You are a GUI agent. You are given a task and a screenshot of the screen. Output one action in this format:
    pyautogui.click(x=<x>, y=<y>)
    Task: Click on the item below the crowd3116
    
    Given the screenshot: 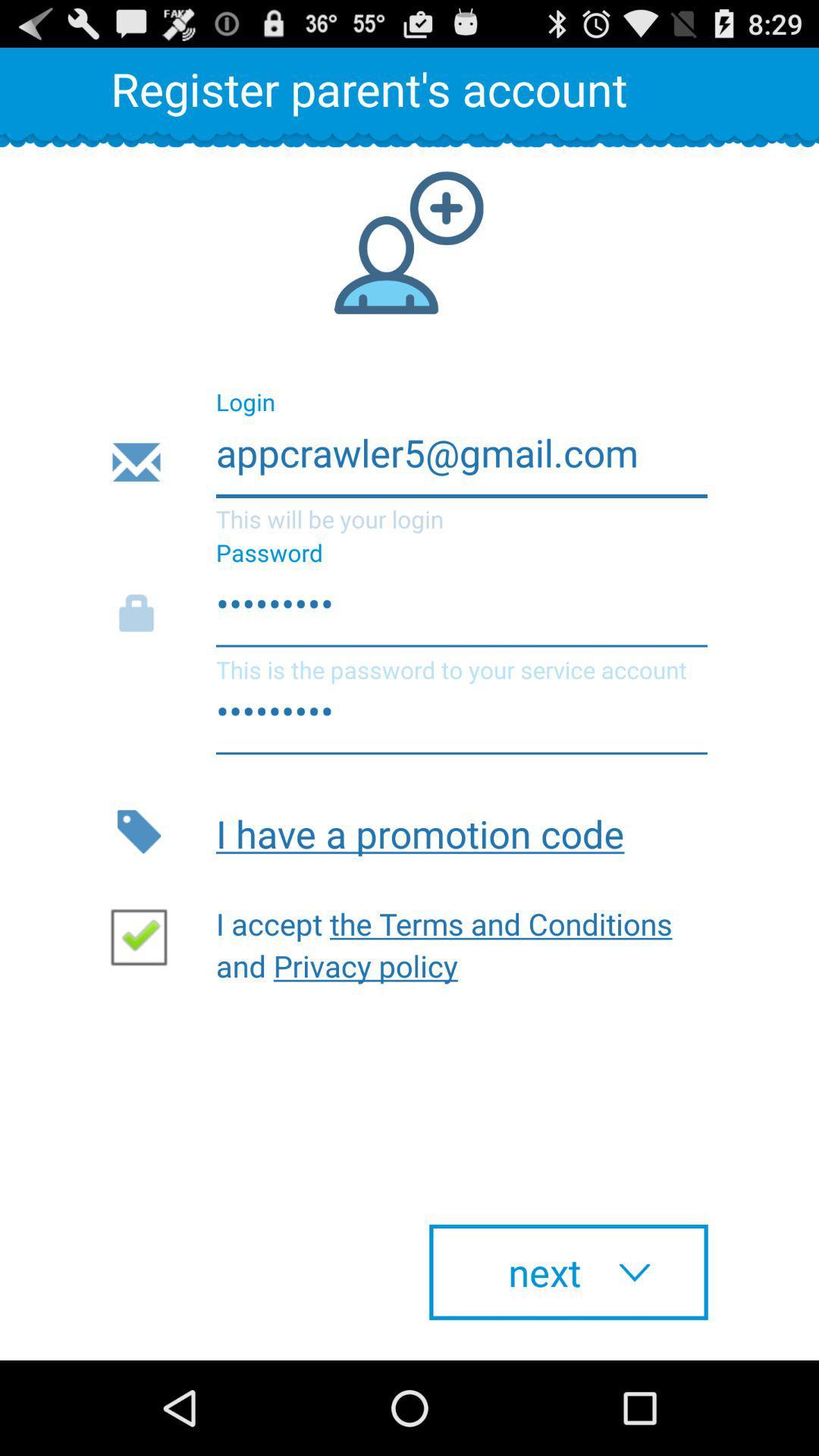 What is the action you would take?
    pyautogui.click(x=461, y=830)
    